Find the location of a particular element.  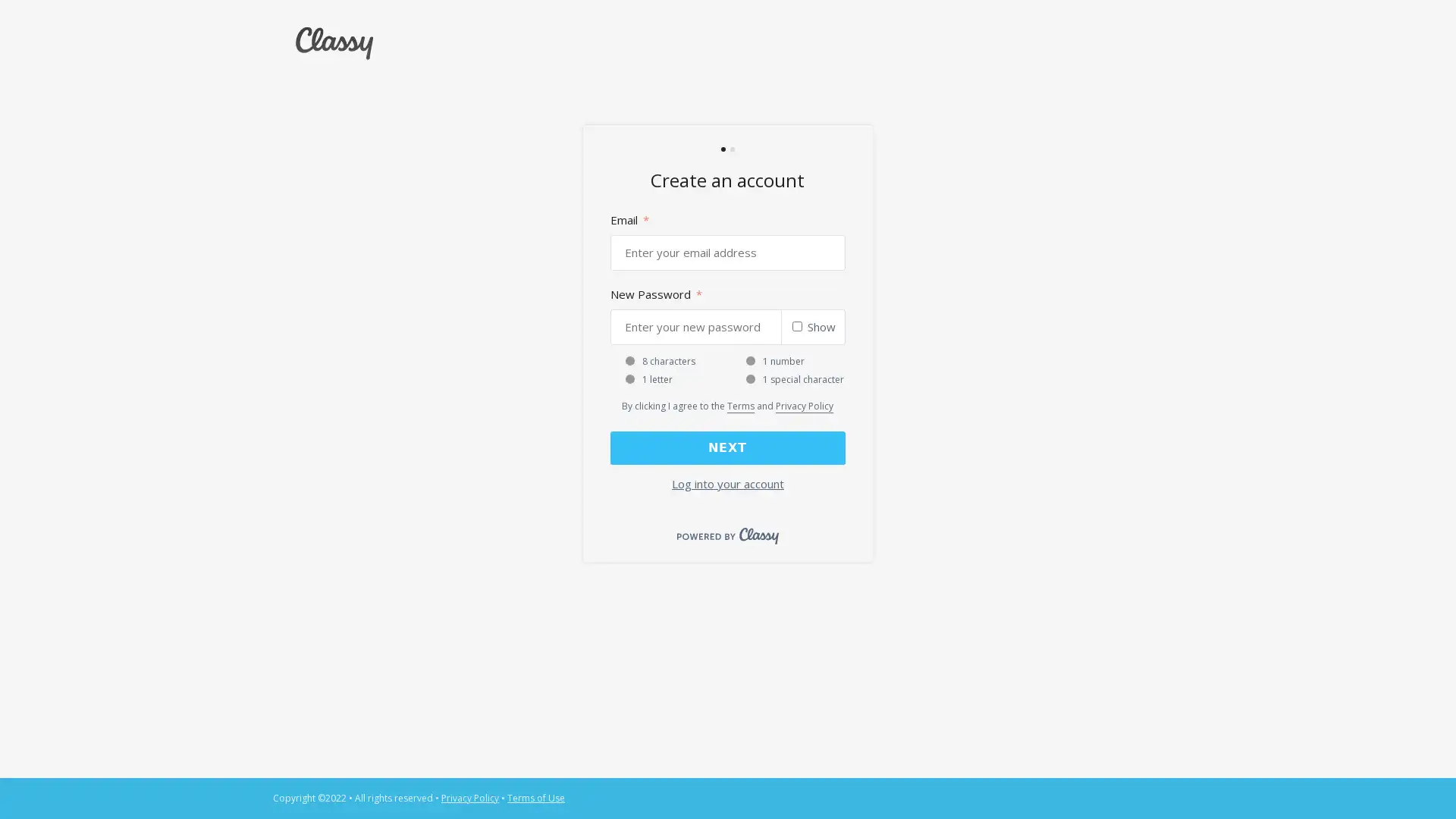

NEXT is located at coordinates (726, 447).